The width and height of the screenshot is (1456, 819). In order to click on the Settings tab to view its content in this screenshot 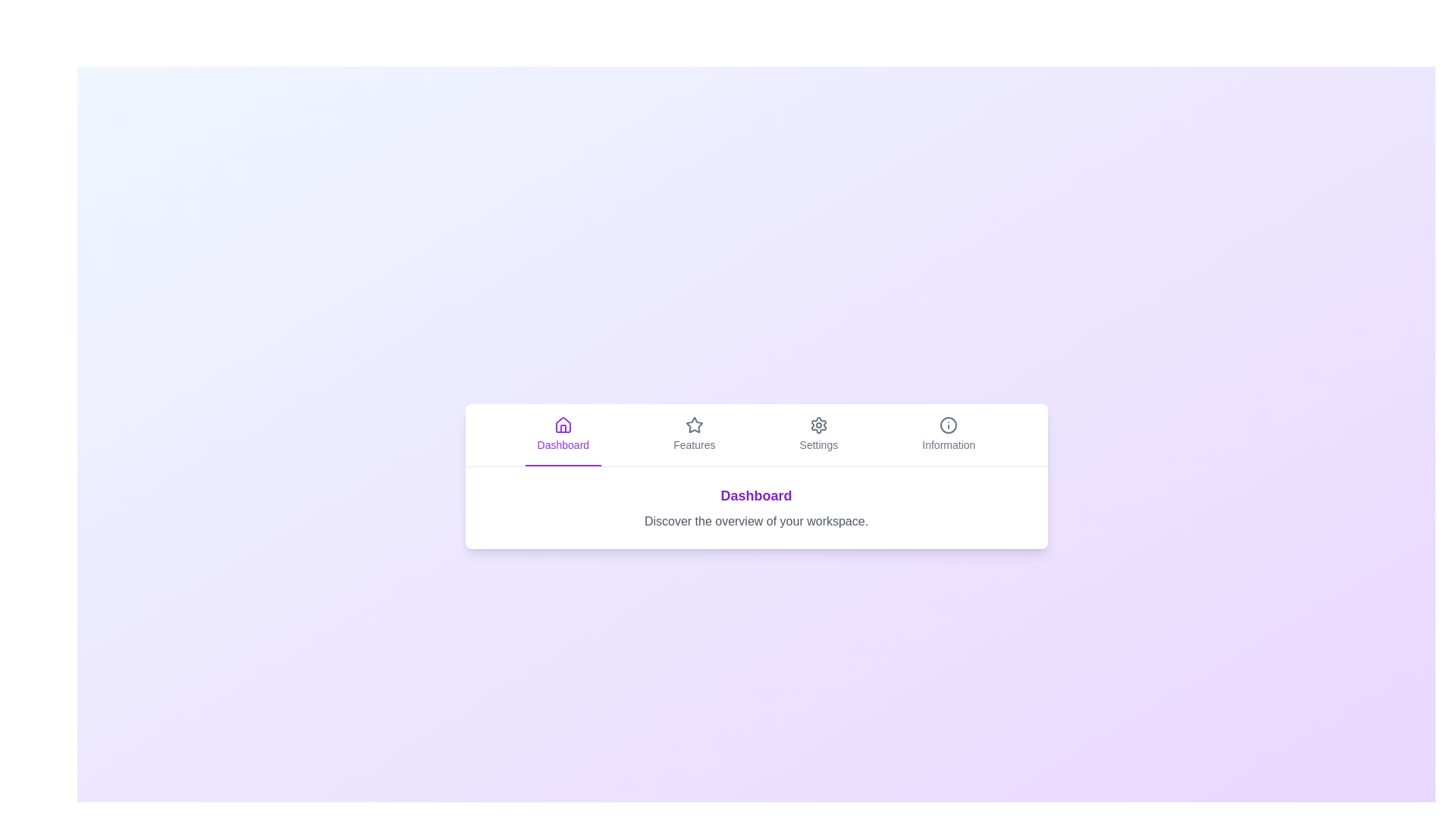, I will do `click(817, 435)`.